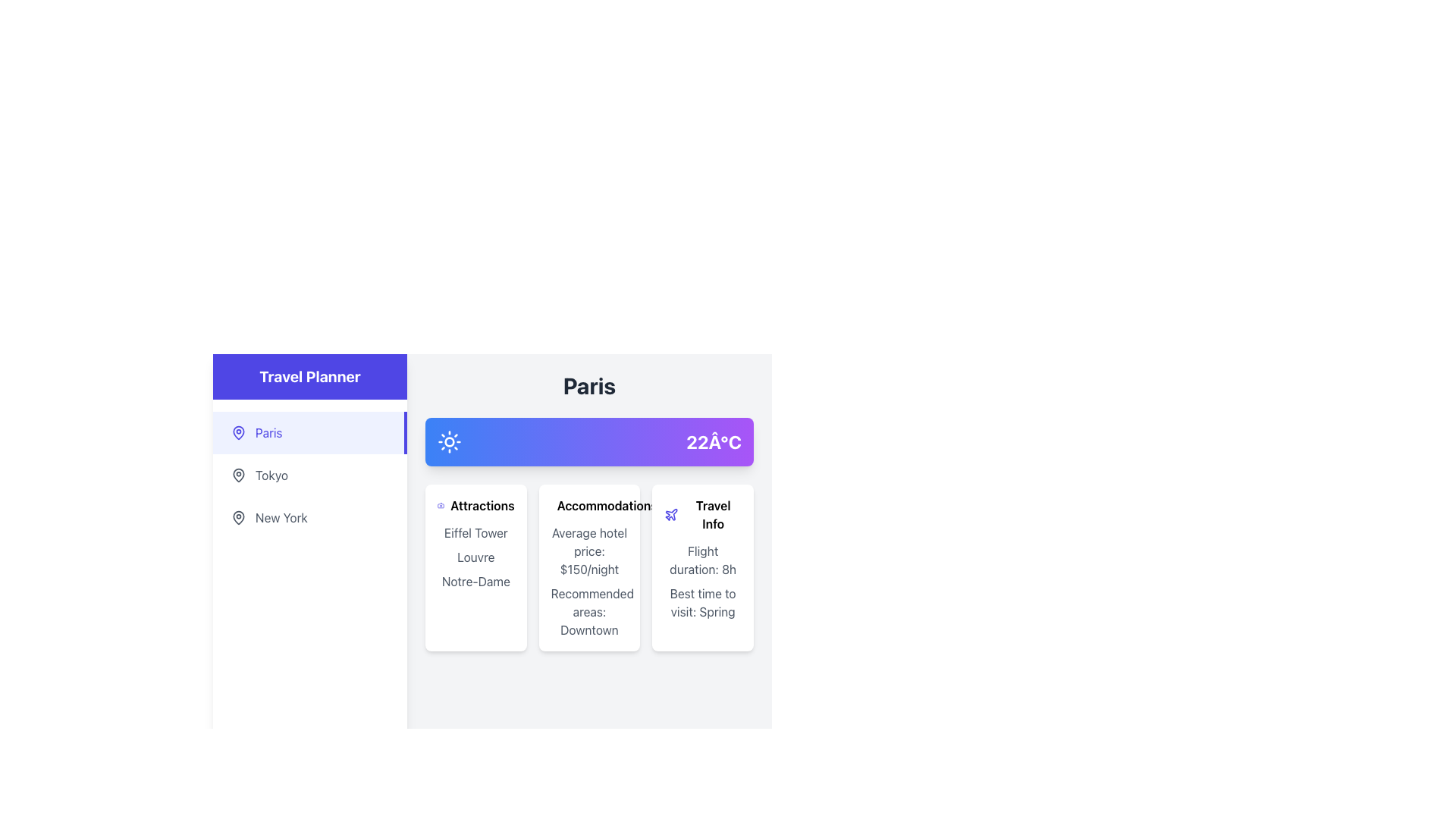 This screenshot has height=819, width=1456. What do you see at coordinates (268, 432) in the screenshot?
I see `the static text element displaying the word 'Paris' which is styled in a bold font and located in the navigation menu on the left panel` at bounding box center [268, 432].